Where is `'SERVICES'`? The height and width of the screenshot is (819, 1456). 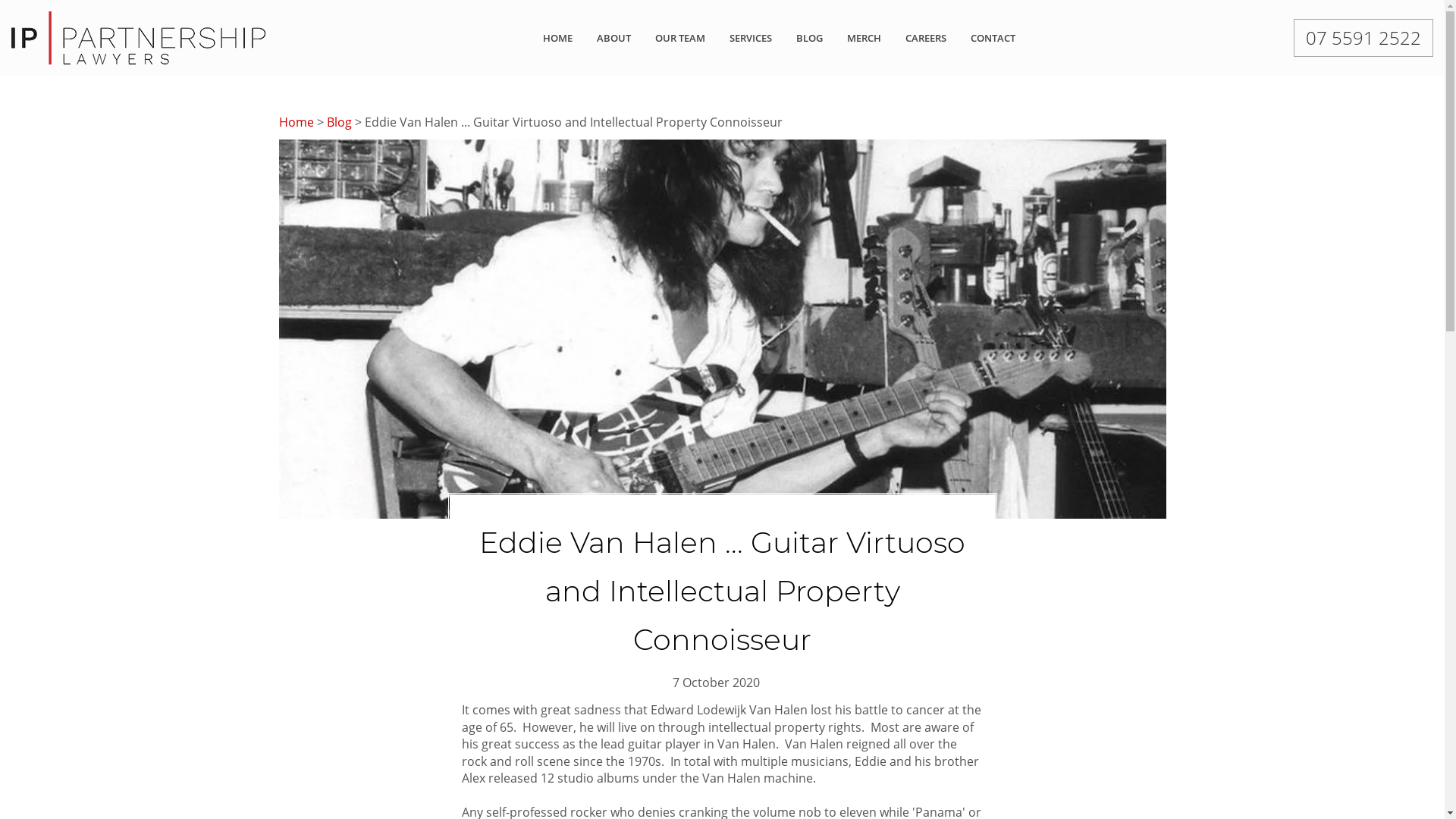
'SERVICES' is located at coordinates (750, 37).